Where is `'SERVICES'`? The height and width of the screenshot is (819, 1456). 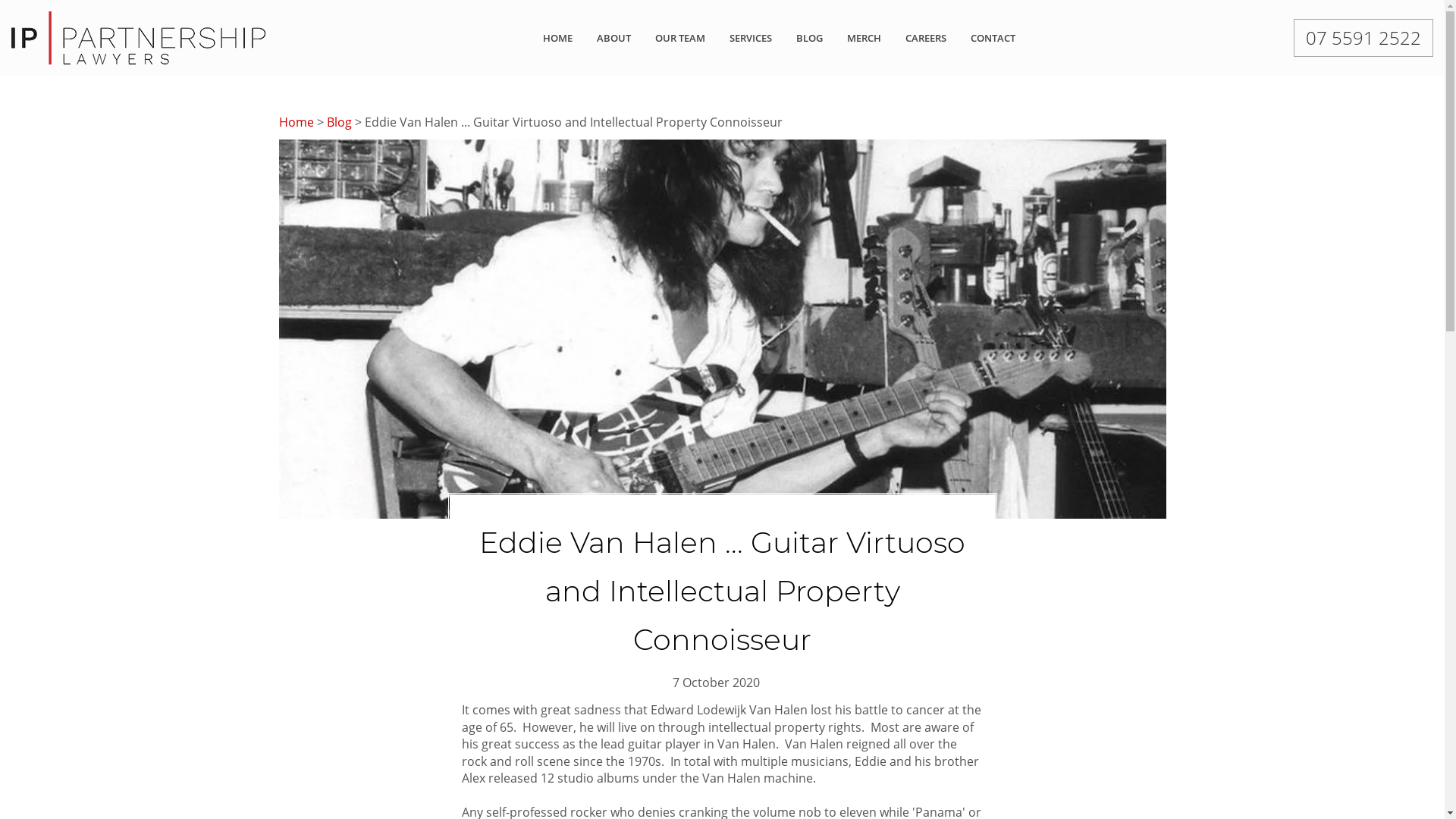
'SERVICES' is located at coordinates (750, 37).